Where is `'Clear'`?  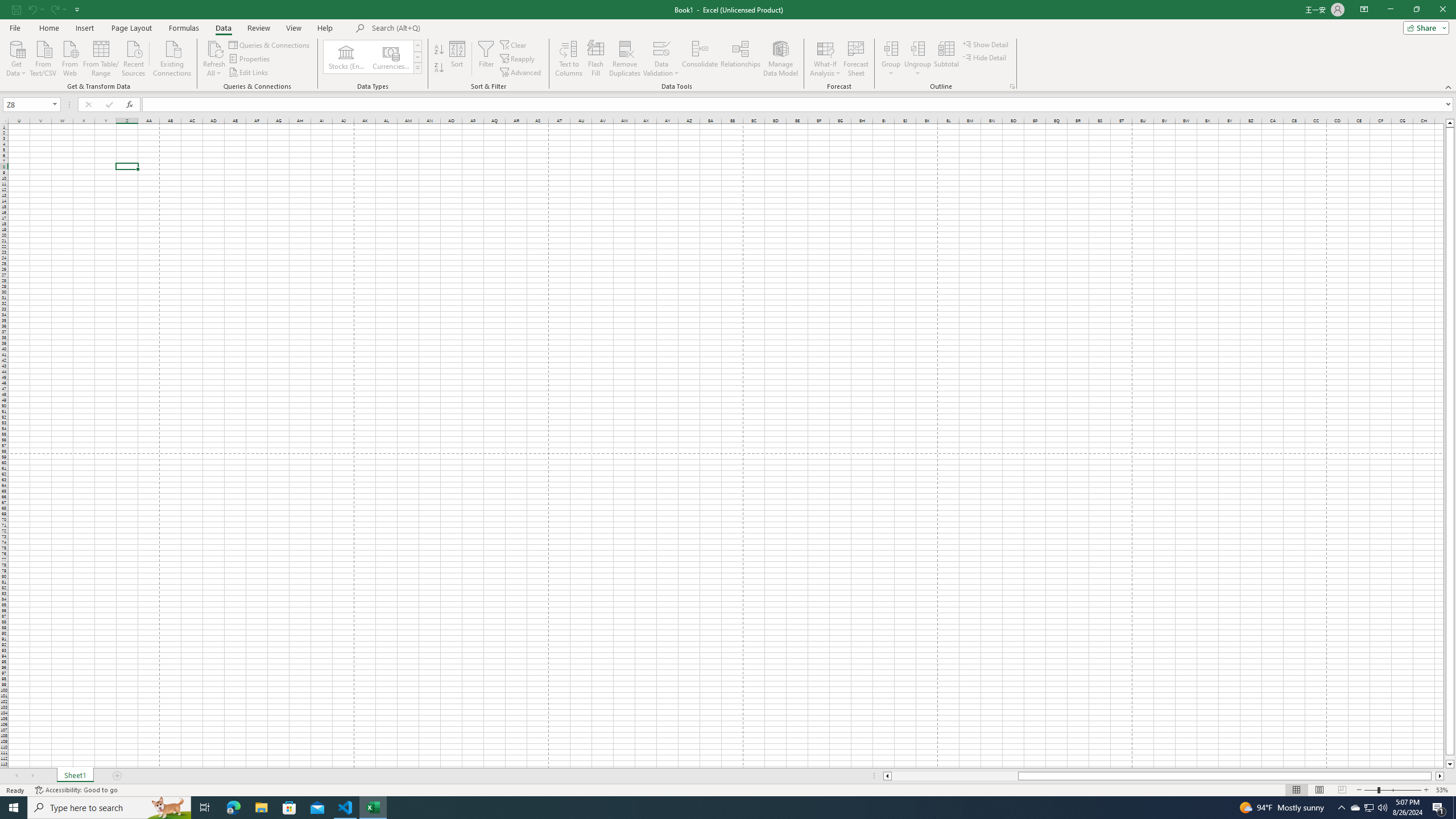 'Clear' is located at coordinates (513, 44).